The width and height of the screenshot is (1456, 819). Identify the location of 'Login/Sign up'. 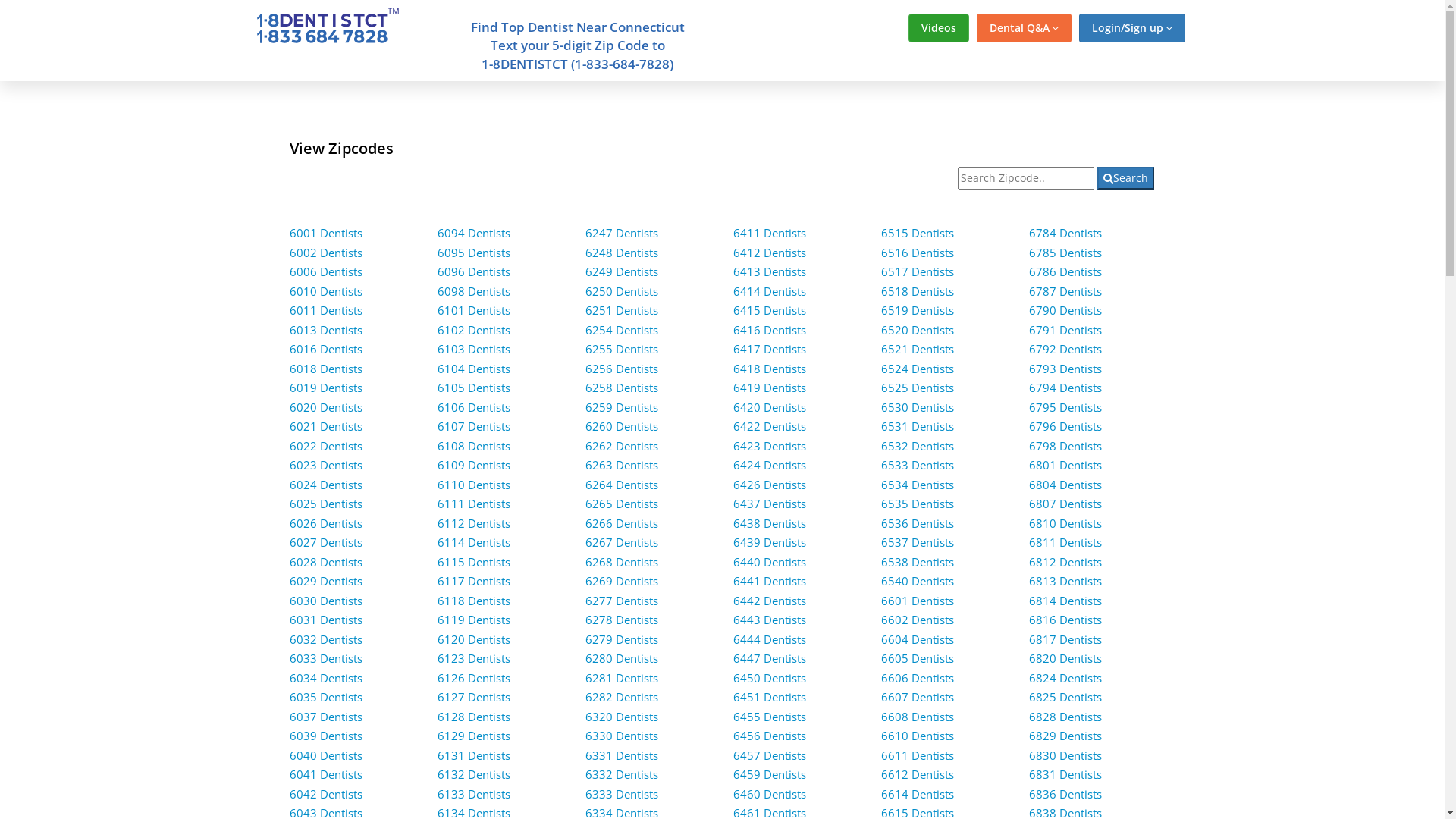
(1077, 28).